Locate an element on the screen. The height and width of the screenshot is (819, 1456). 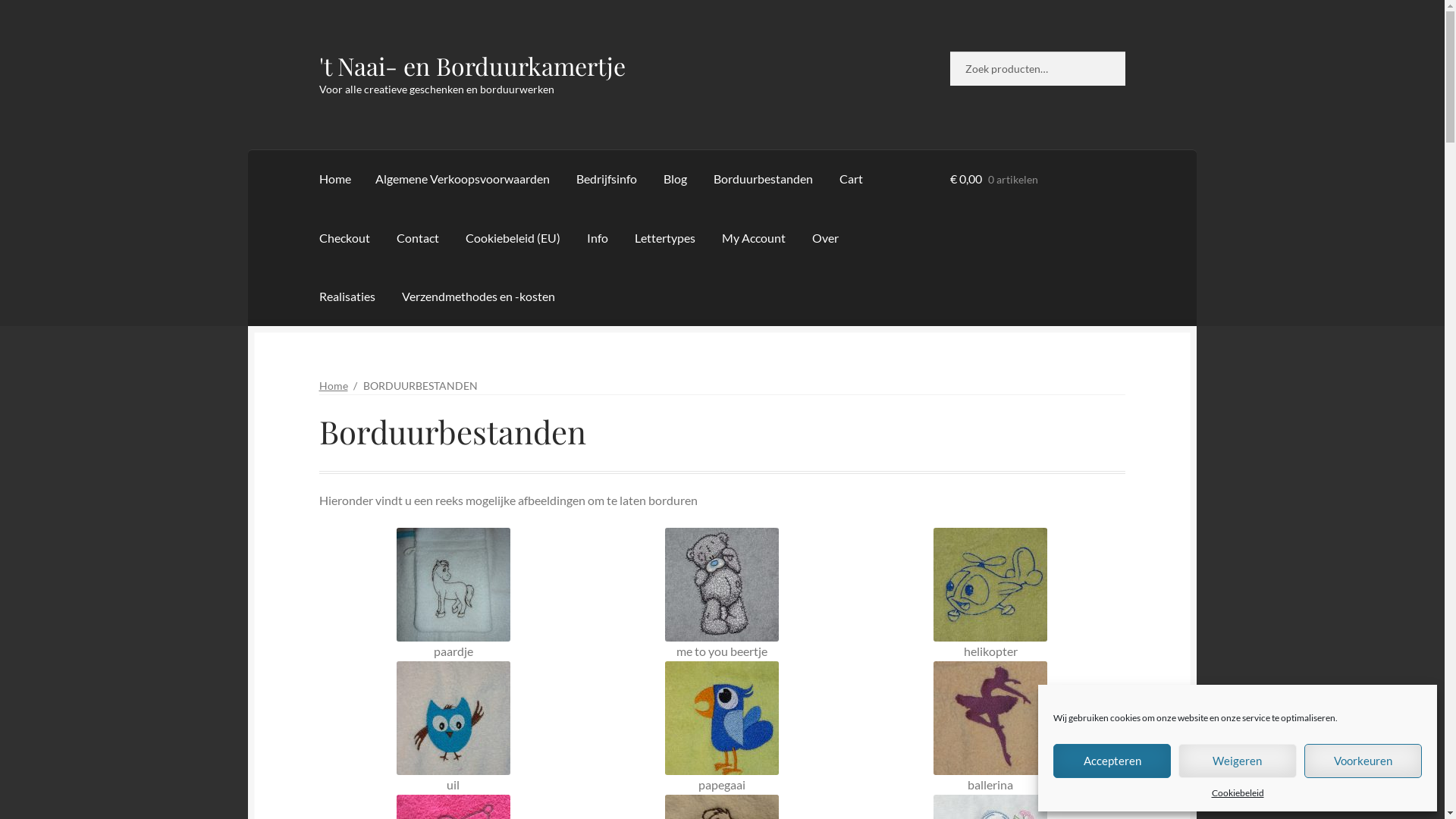
'Voorkeuren' is located at coordinates (1363, 761).